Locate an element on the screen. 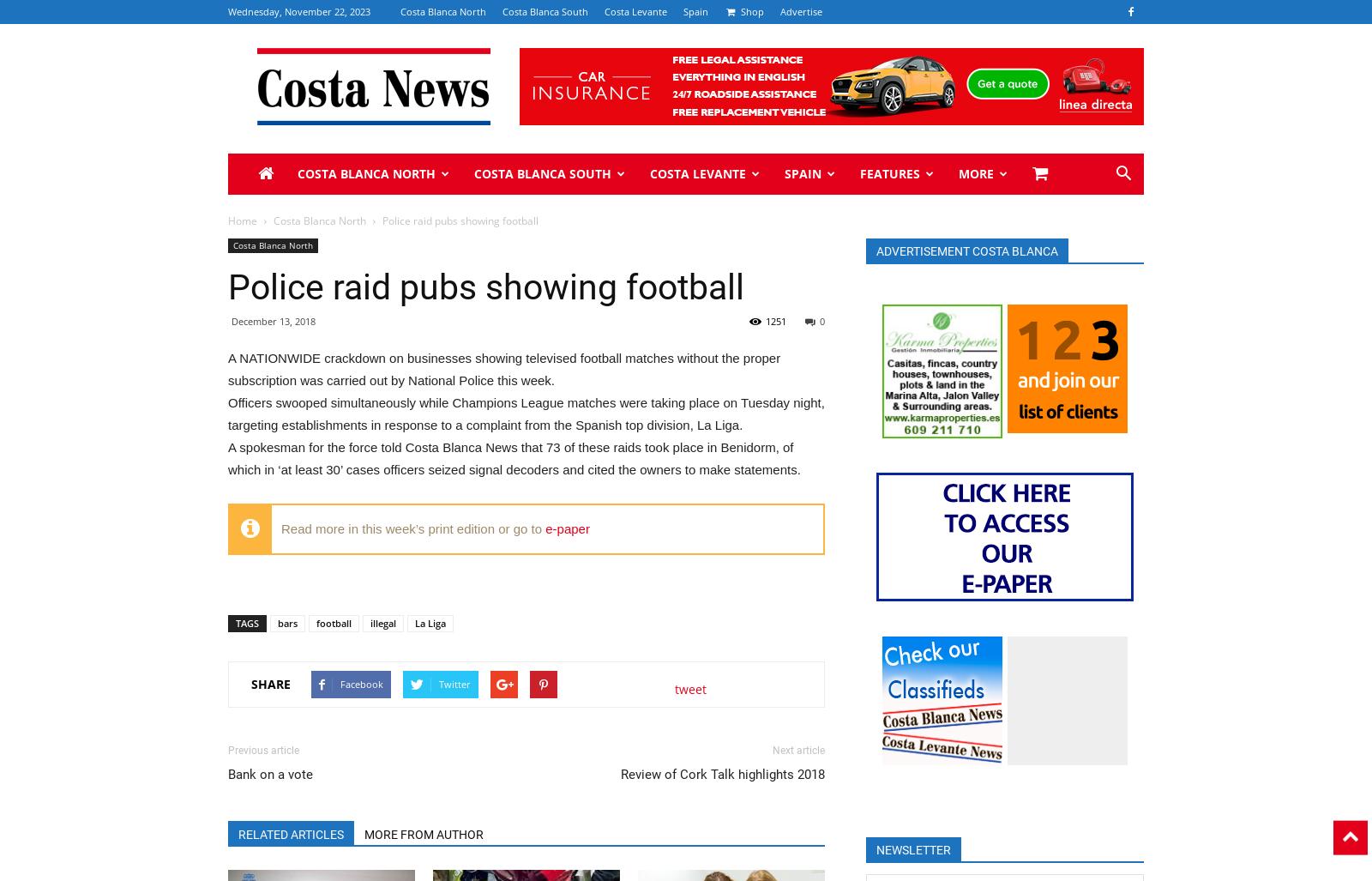 Image resolution: width=1372 pixels, height=881 pixels. 'Facebook' is located at coordinates (360, 682).